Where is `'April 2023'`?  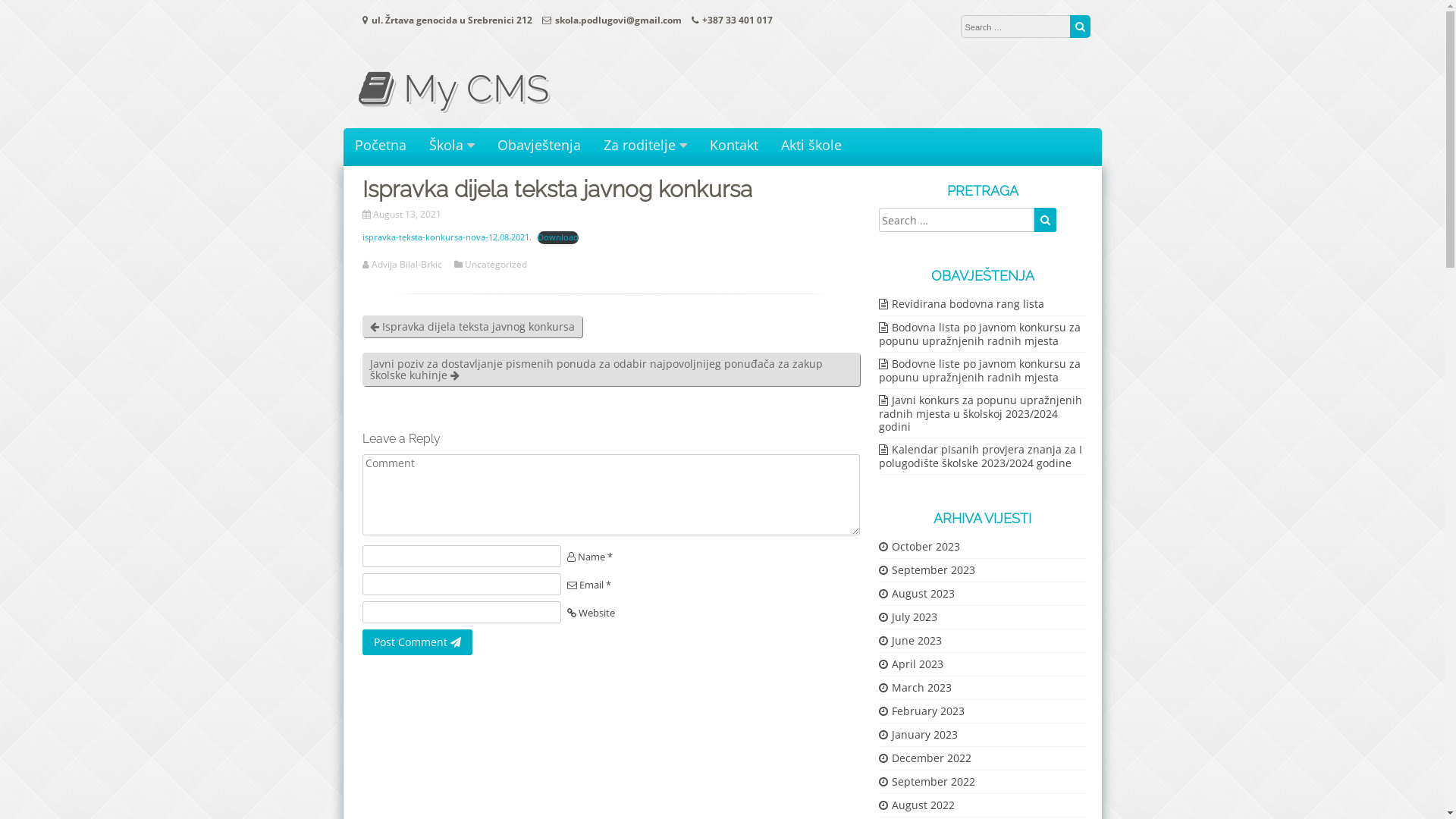
'April 2023' is located at coordinates (910, 663).